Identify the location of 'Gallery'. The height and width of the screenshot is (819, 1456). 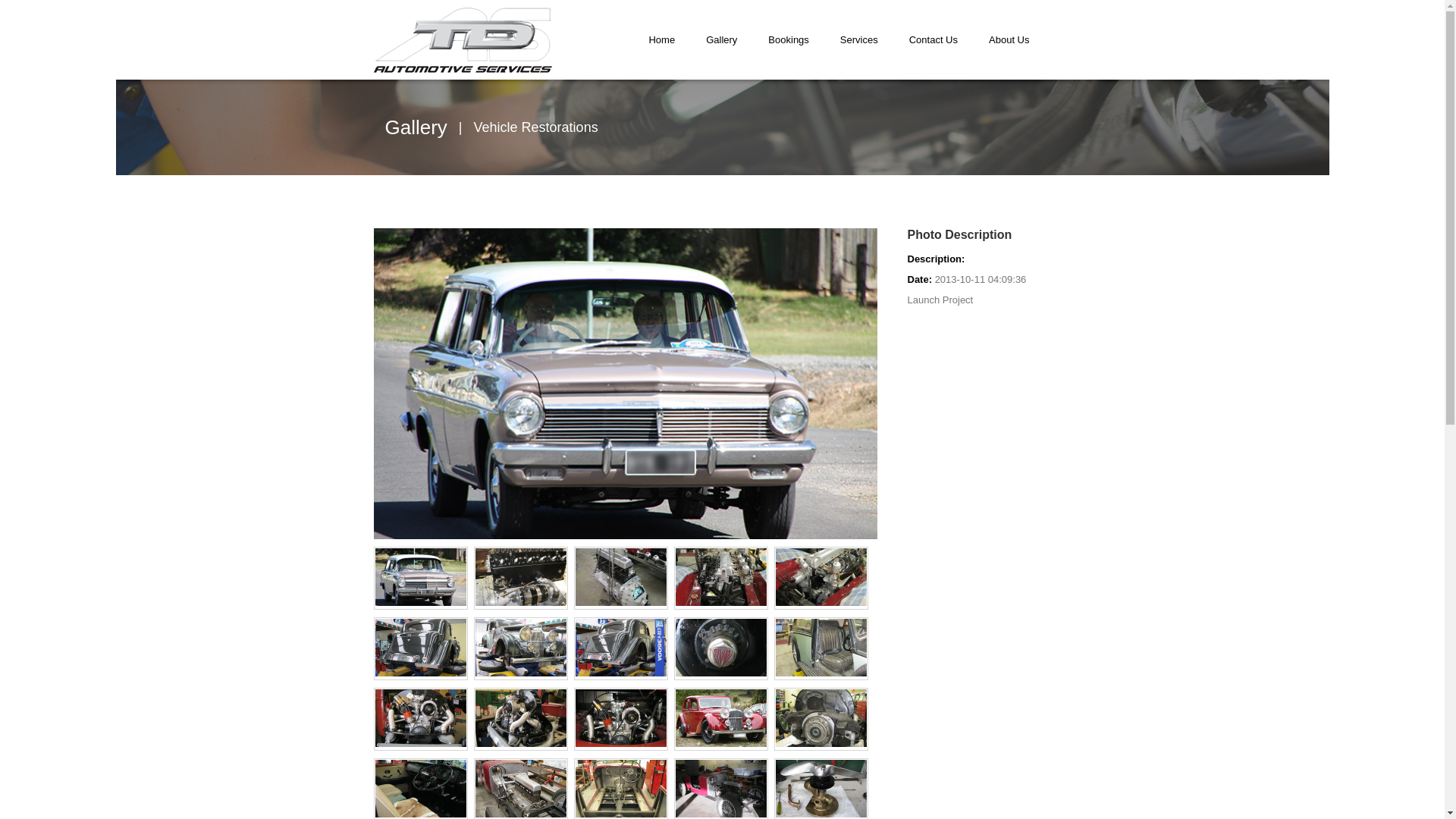
(690, 39).